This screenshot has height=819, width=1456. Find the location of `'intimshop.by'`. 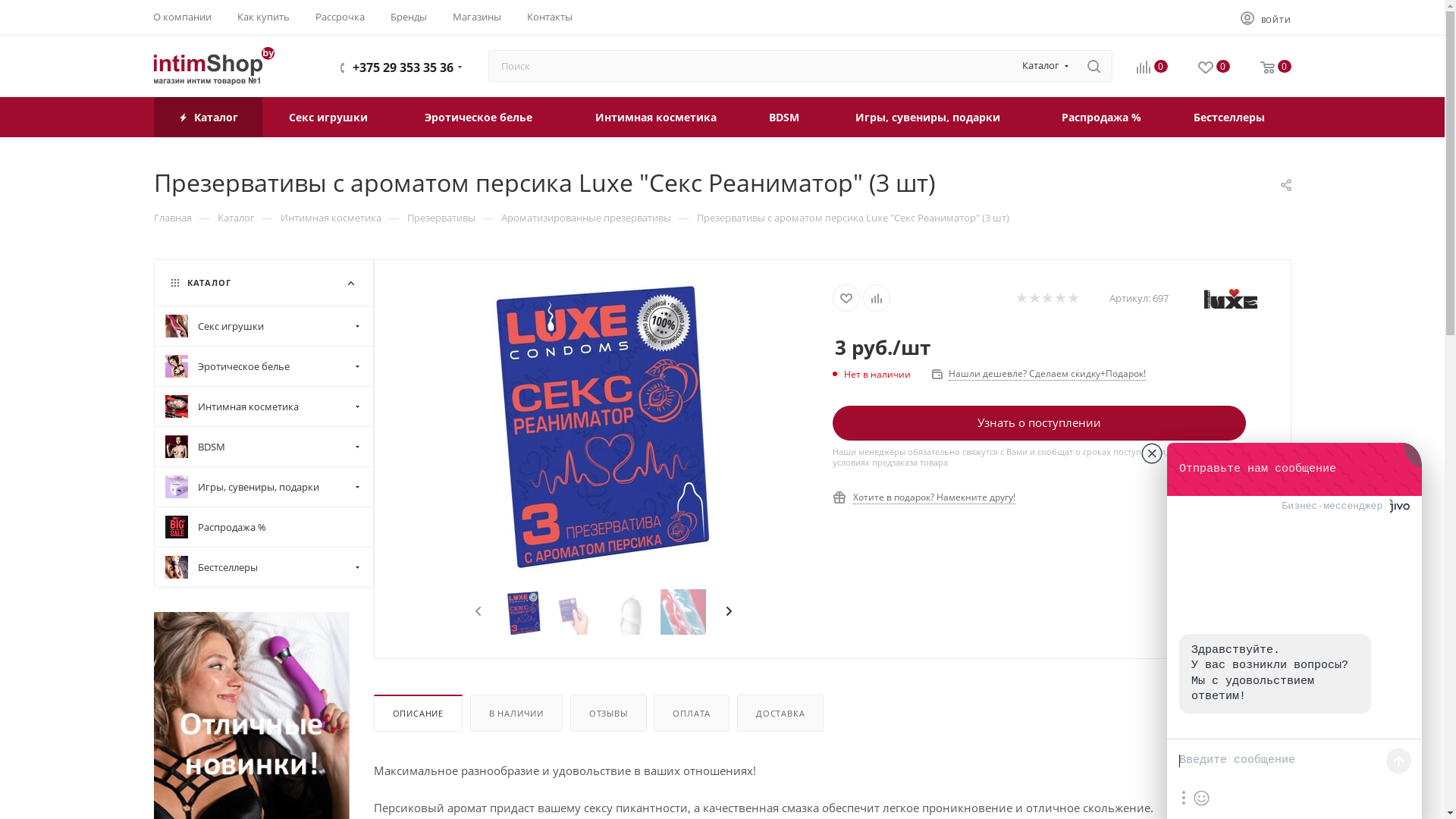

'intimshop.by' is located at coordinates (152, 65).